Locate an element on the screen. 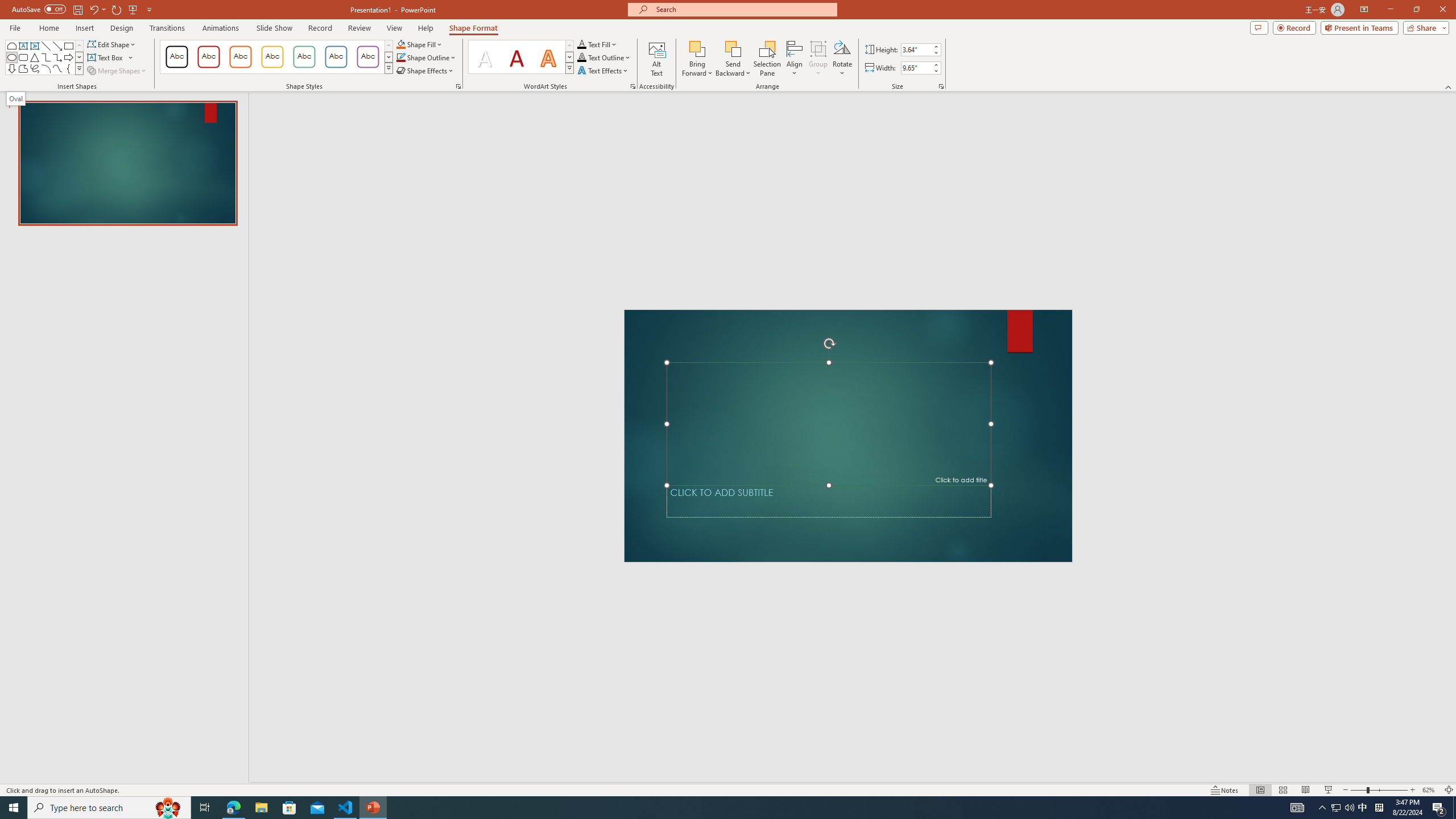 The height and width of the screenshot is (819, 1456). 'Colored Outline - Purple, Accent 6' is located at coordinates (368, 56).